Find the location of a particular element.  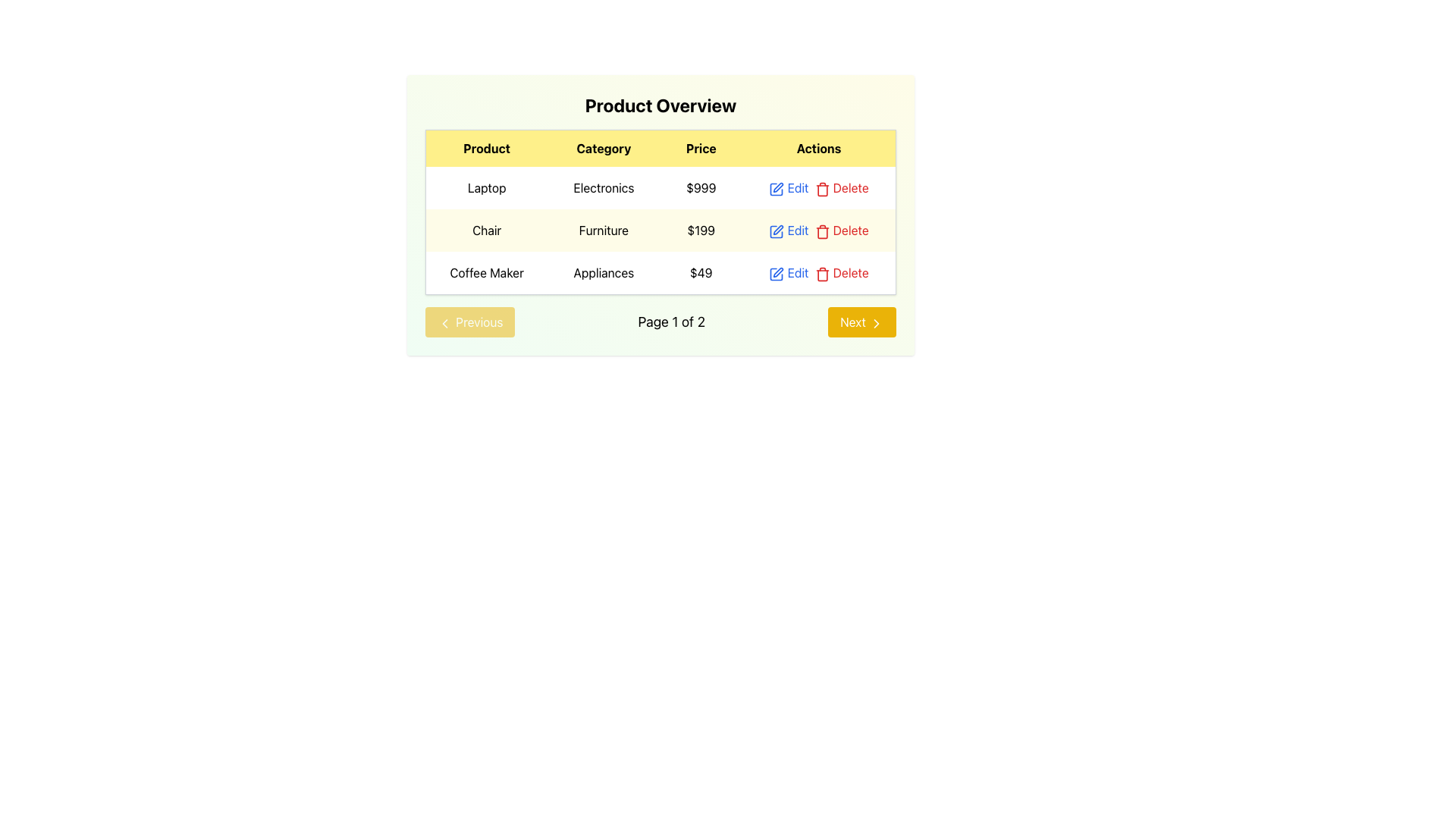

the blue pen icon located in the Actions column next to the first row's product, 'Laptop' is located at coordinates (777, 188).